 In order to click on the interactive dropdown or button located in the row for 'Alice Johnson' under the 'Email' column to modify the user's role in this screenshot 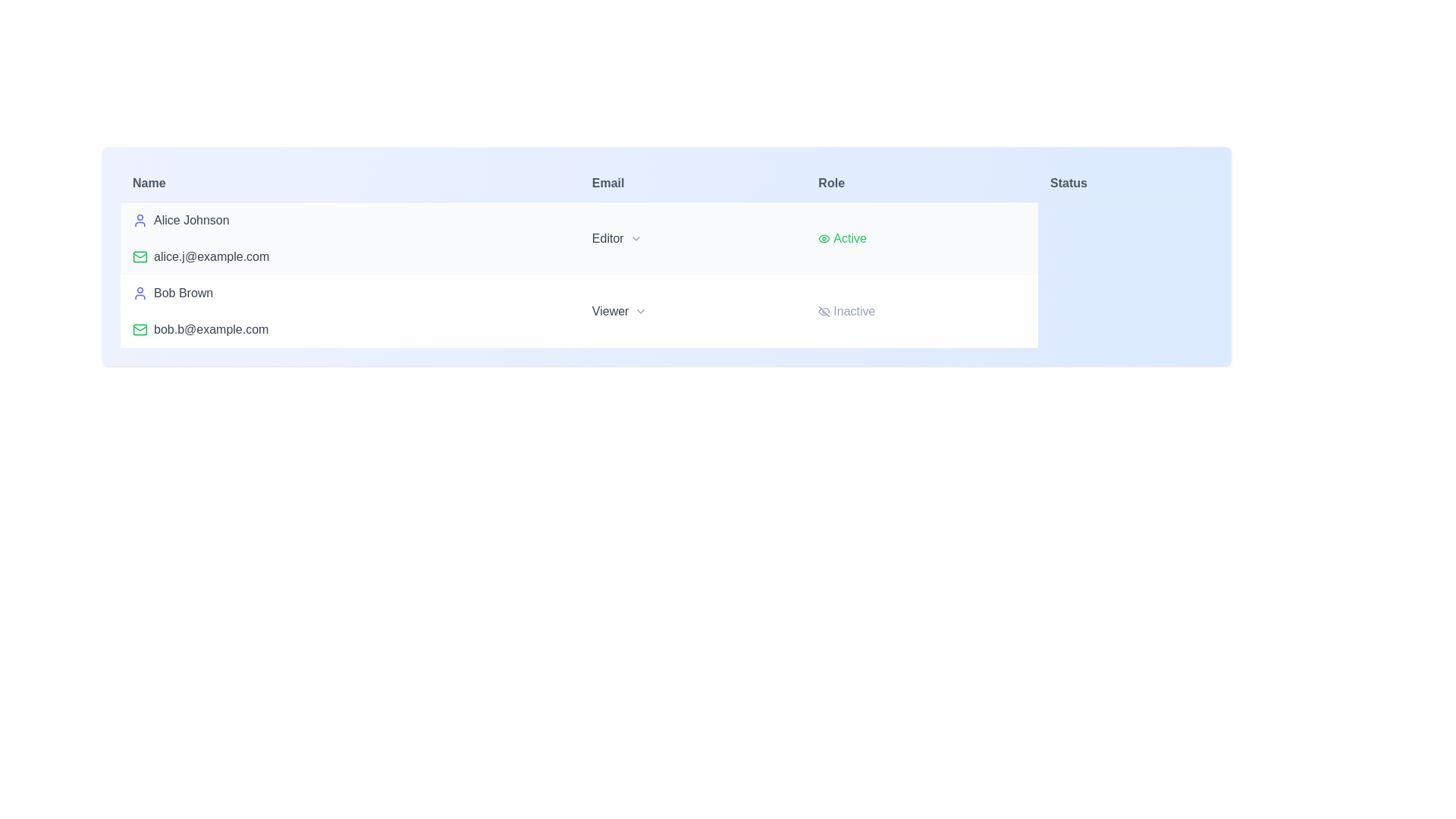, I will do `click(692, 237)`.